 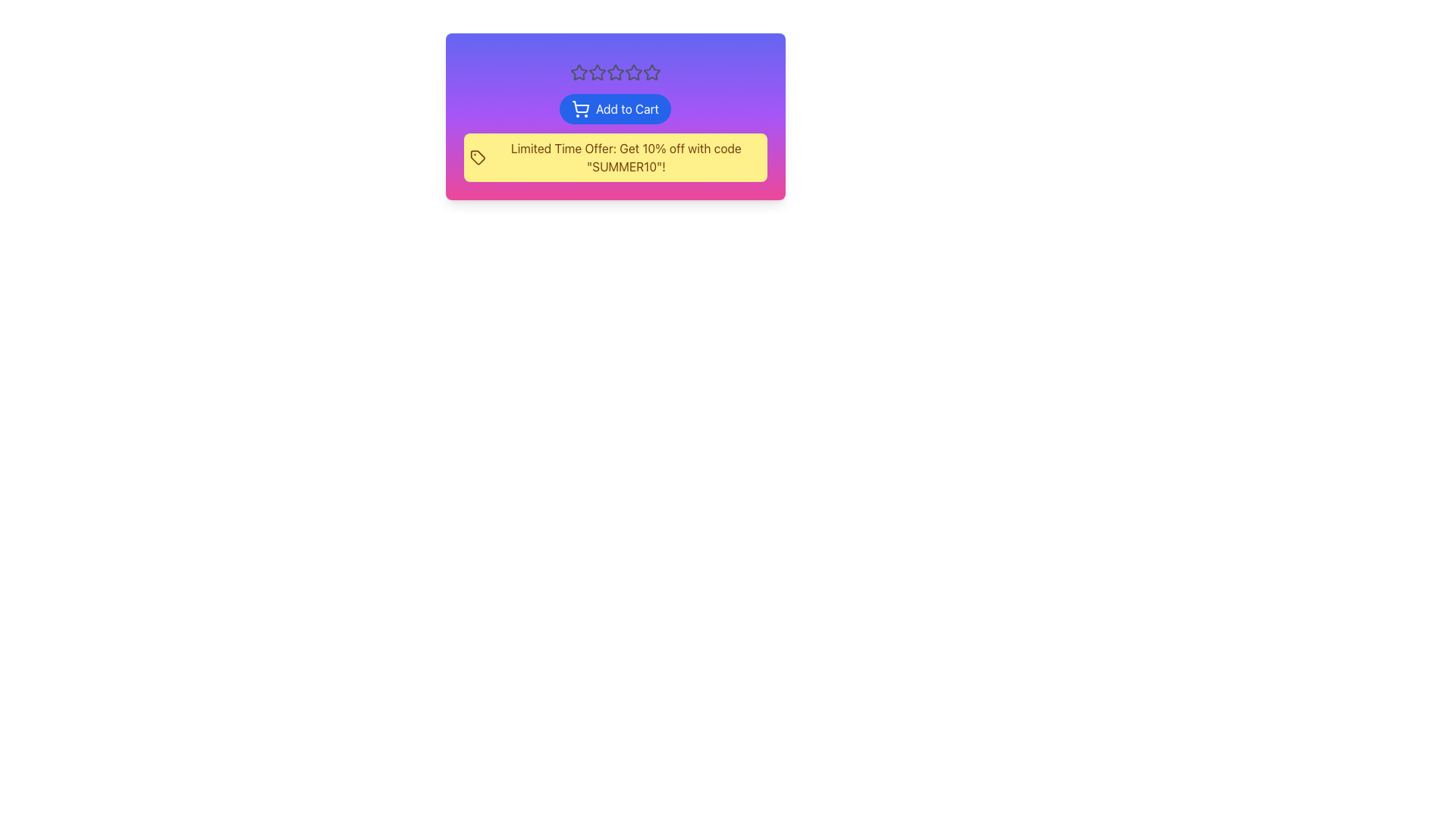 What do you see at coordinates (615, 73) in the screenshot?
I see `the fourth star-shaped rating icon, which is gray and hollow` at bounding box center [615, 73].